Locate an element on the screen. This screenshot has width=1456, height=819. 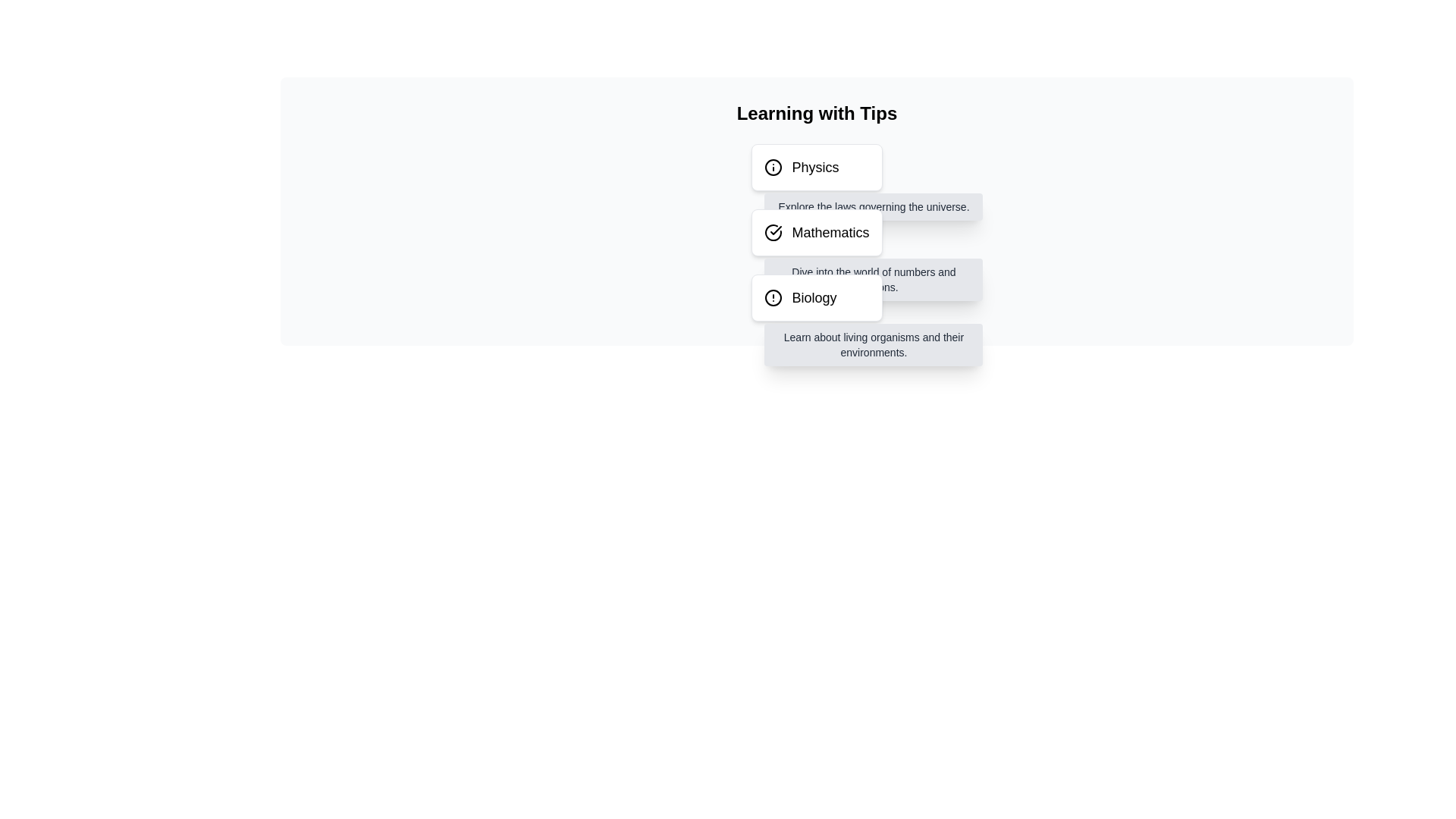
the static text element labeled 'Biology' located in the third grouping under the header 'Learning with Tips', which is accompanied by a circular icon with an exclamation mark to the left is located at coordinates (814, 298).